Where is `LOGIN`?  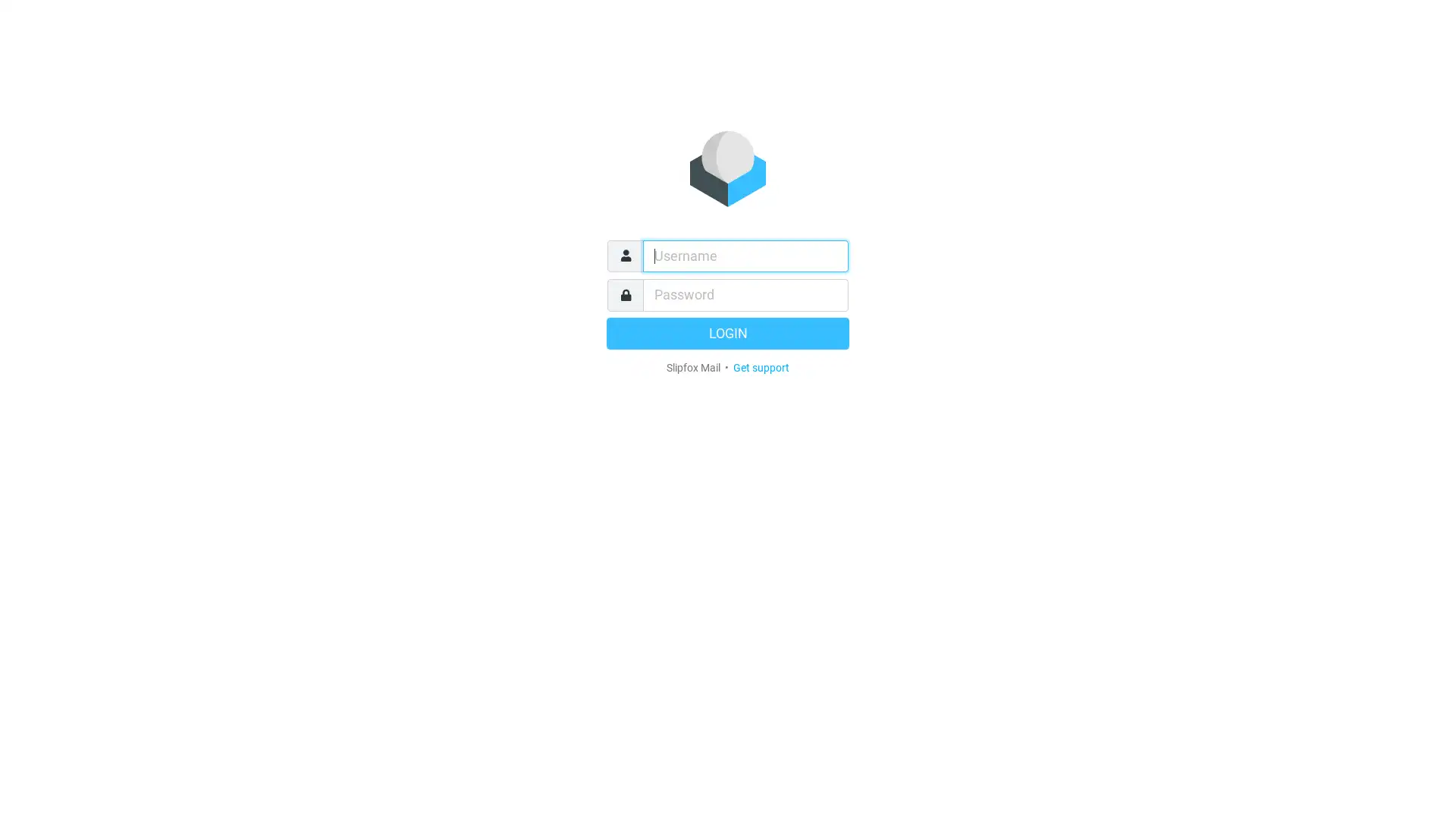 LOGIN is located at coordinates (728, 332).